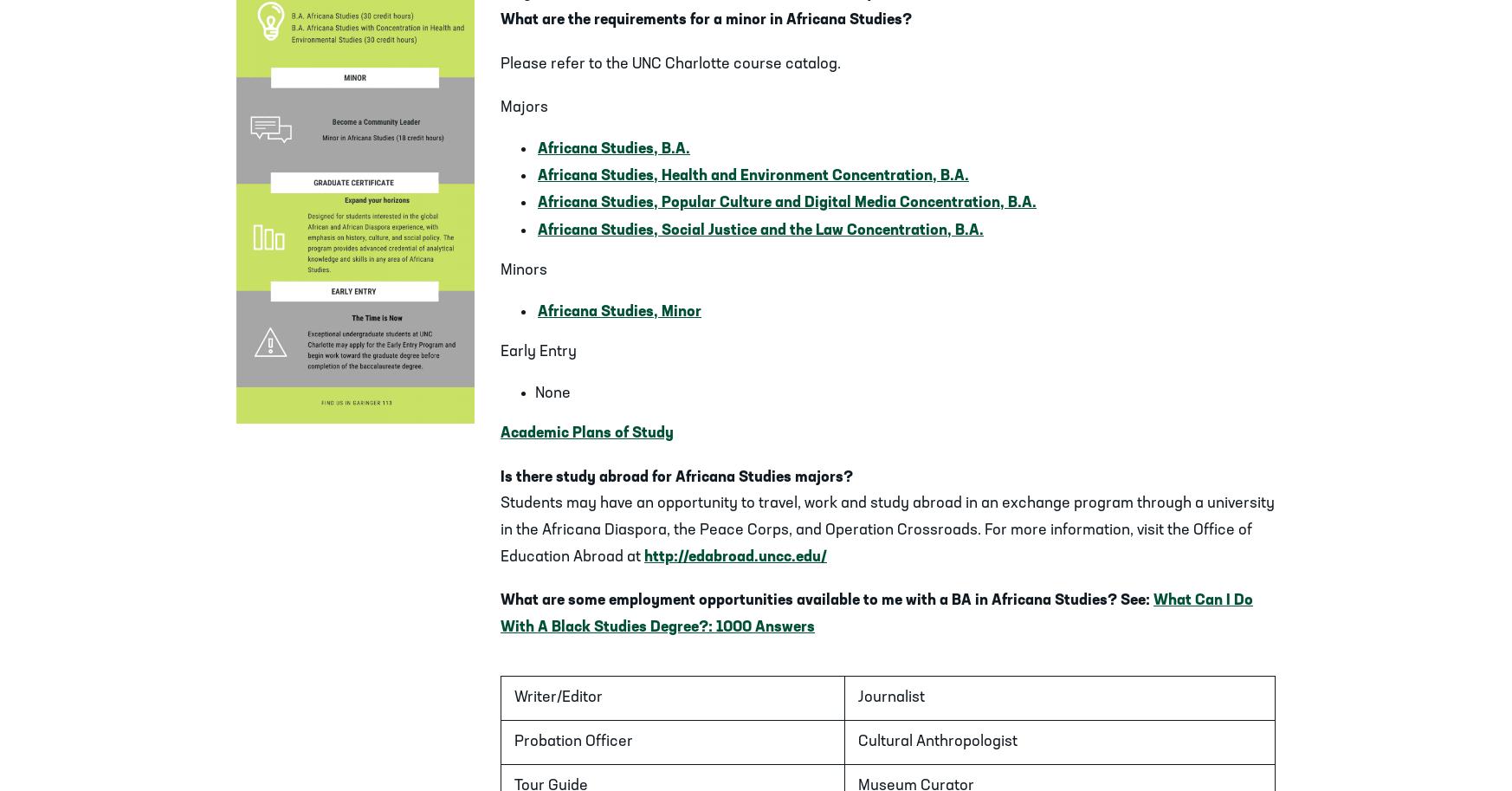  What do you see at coordinates (618, 311) in the screenshot?
I see `'Africana Studies, Minor'` at bounding box center [618, 311].